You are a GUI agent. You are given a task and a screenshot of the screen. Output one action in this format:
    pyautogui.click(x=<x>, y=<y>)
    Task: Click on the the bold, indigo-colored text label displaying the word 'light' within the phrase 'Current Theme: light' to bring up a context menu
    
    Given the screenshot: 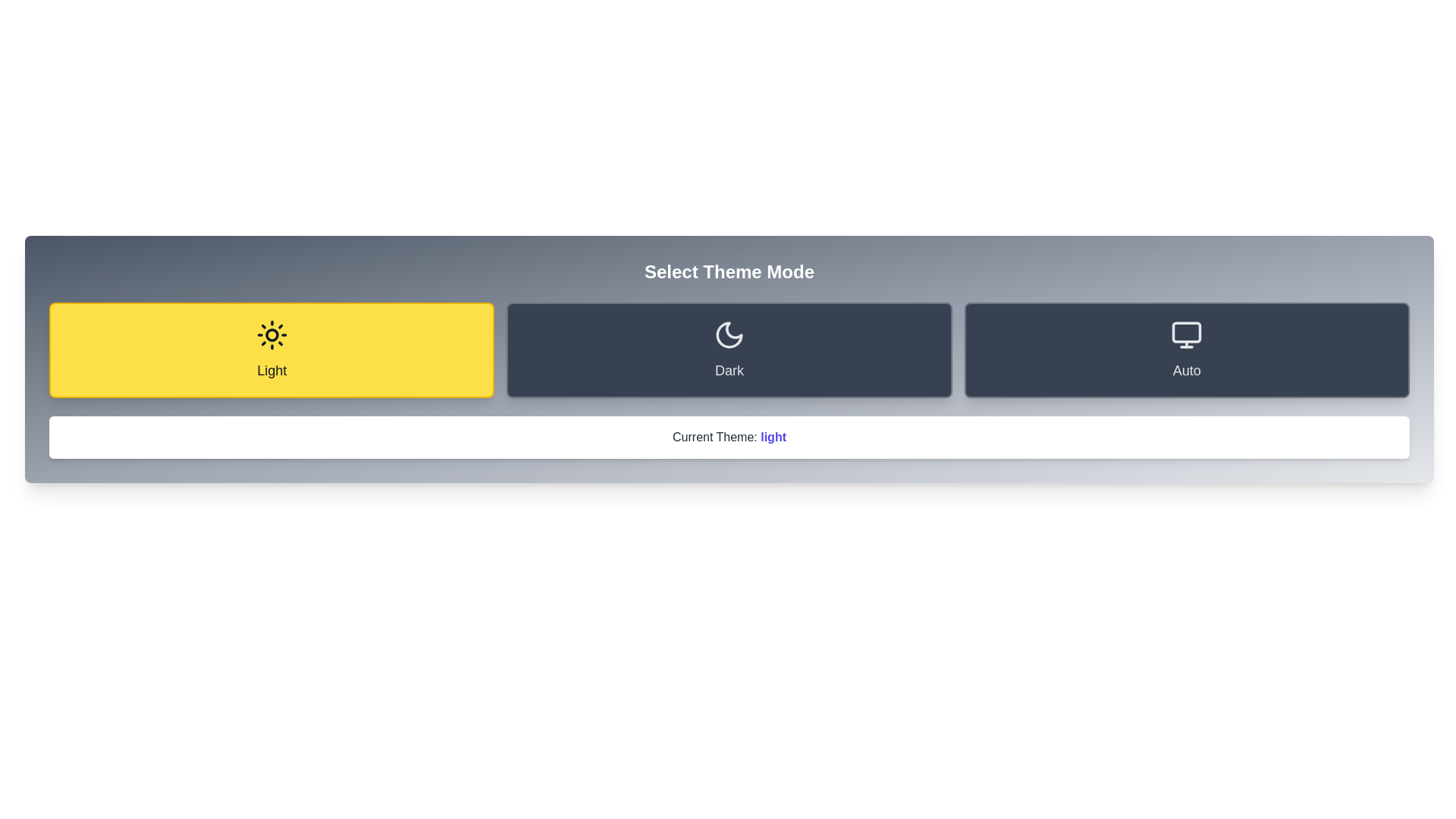 What is the action you would take?
    pyautogui.click(x=773, y=436)
    